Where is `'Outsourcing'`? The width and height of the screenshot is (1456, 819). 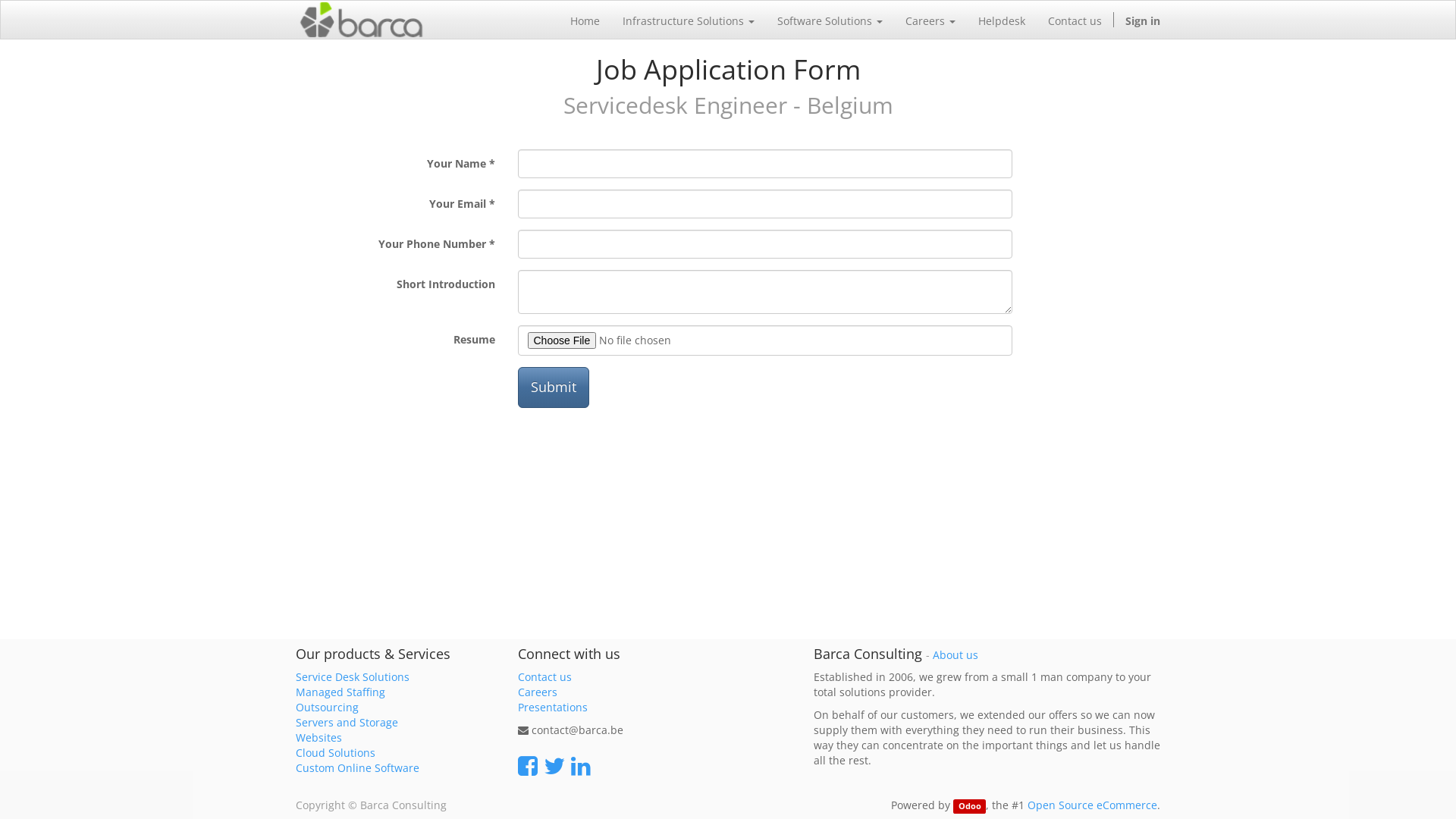 'Outsourcing' is located at coordinates (326, 707).